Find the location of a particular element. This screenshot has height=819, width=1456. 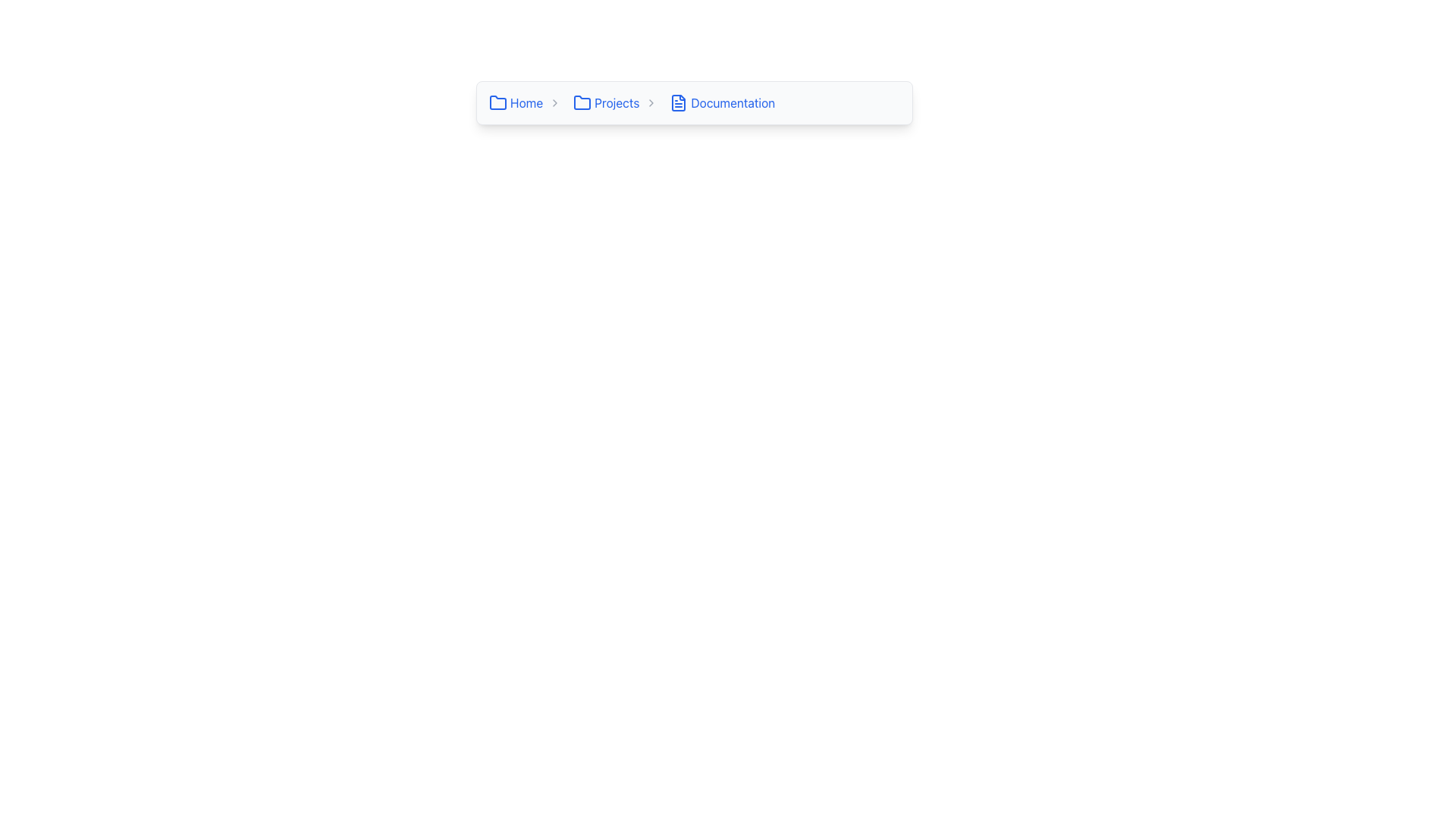

the first breadcrumb link labeled 'Home' in the top-left portion of the page is located at coordinates (528, 102).